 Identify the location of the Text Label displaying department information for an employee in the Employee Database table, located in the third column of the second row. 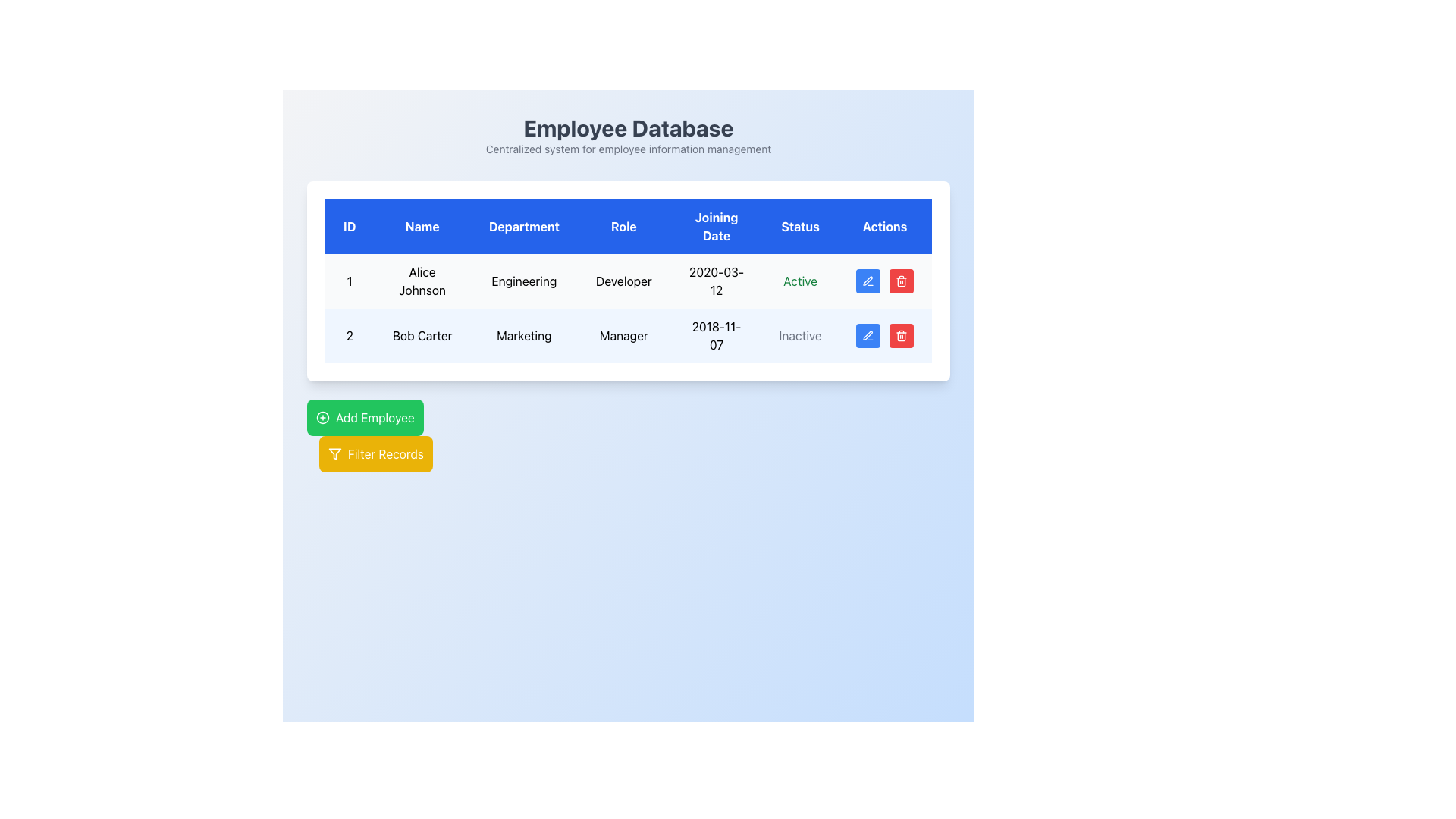
(524, 335).